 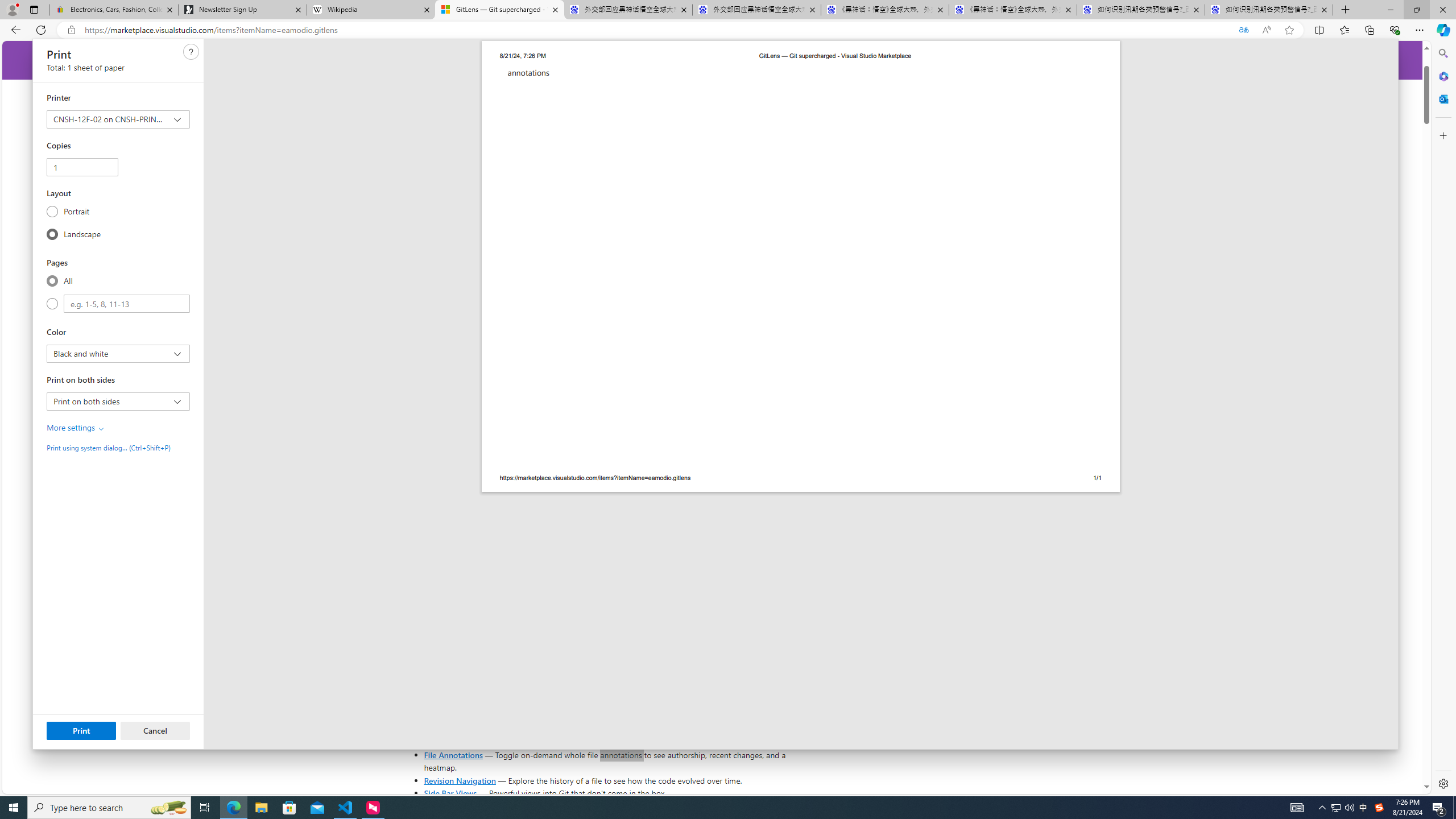 What do you see at coordinates (118, 353) in the screenshot?
I see `'Color Black and white'` at bounding box center [118, 353].